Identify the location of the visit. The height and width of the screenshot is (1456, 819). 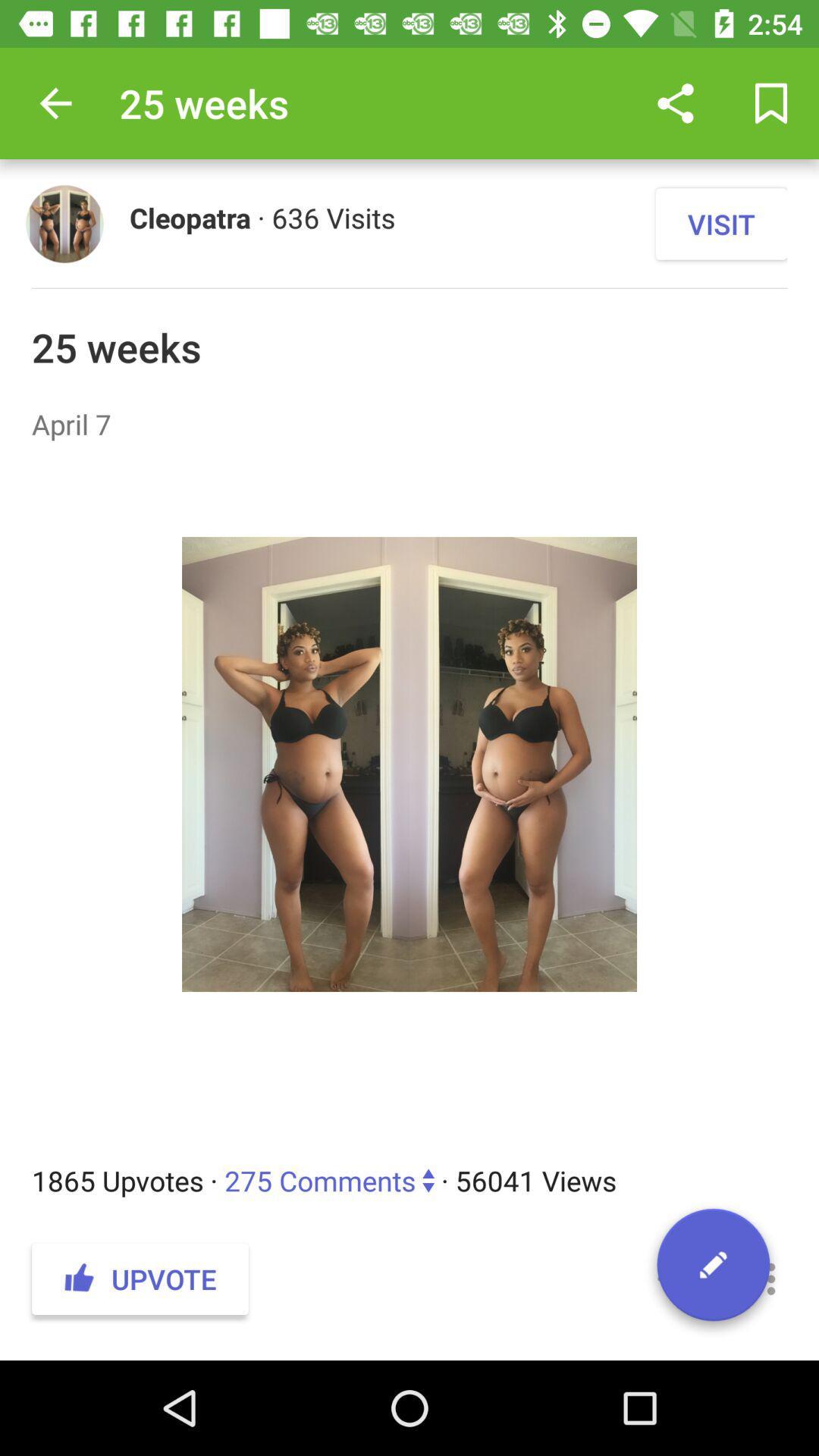
(720, 223).